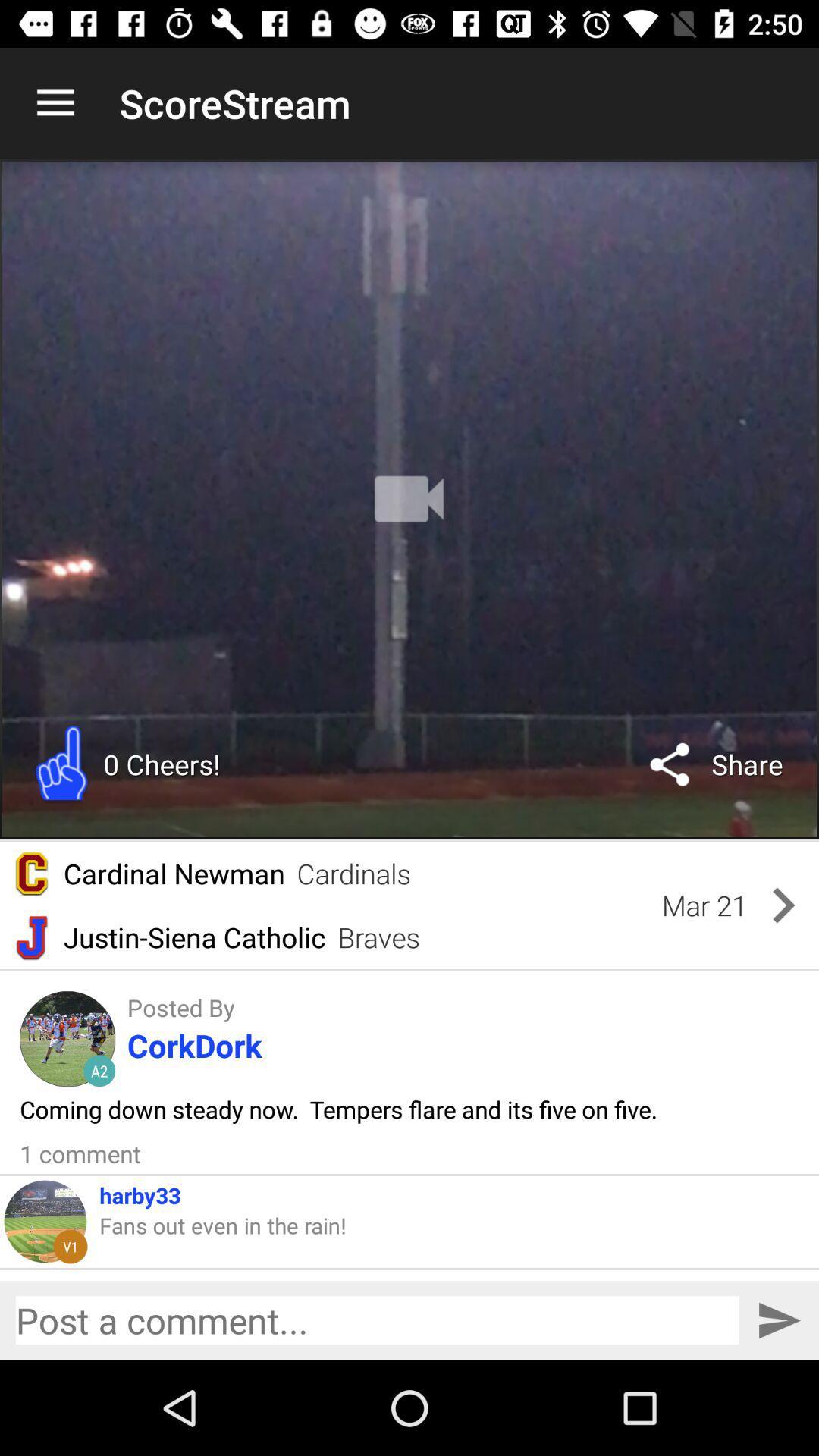  Describe the element at coordinates (70, 1246) in the screenshot. I see `the icon next to the fans out even` at that location.